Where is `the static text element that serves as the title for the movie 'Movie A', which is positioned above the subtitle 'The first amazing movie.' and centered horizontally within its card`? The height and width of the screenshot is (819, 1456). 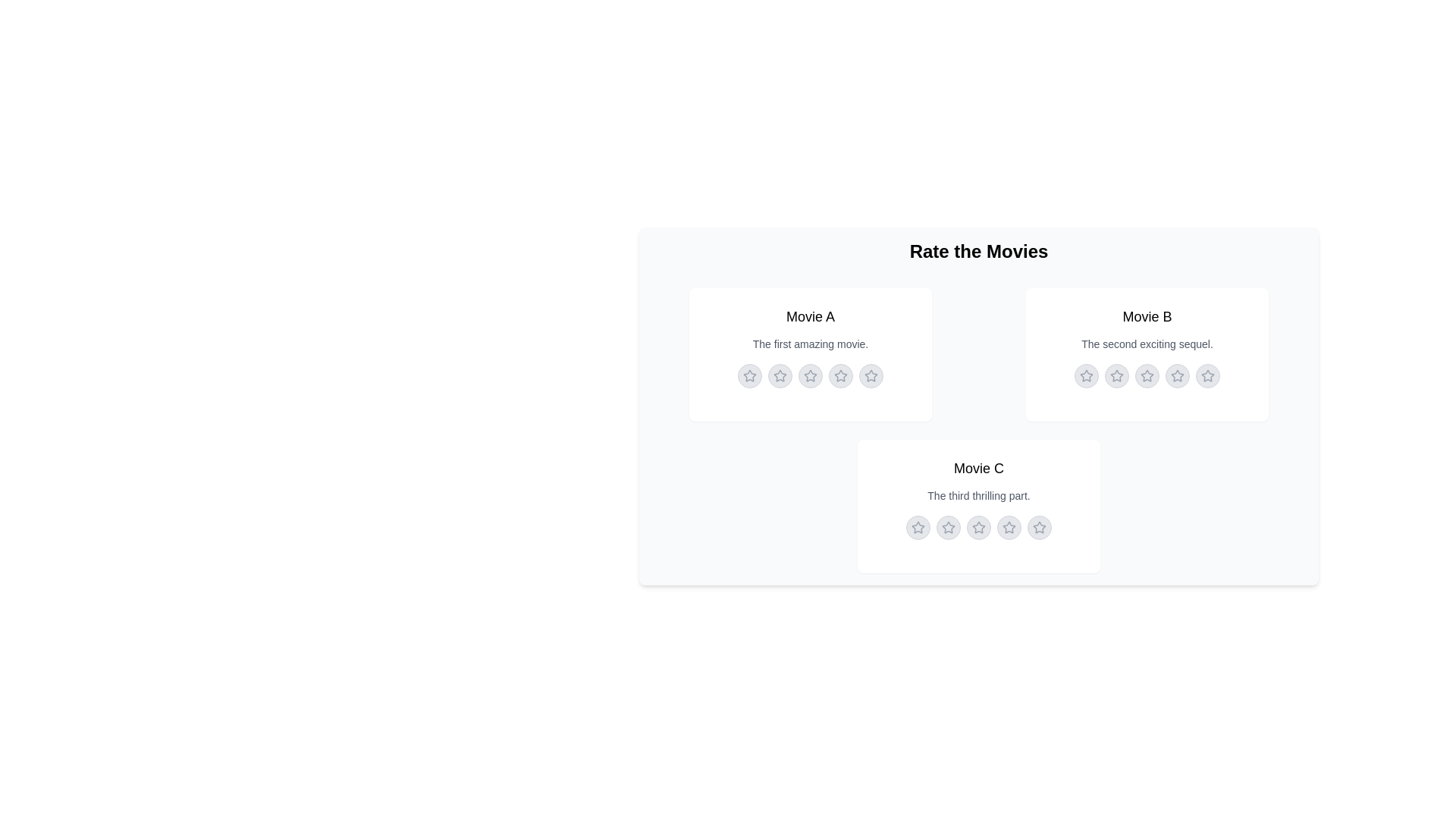
the static text element that serves as the title for the movie 'Movie A', which is positioned above the subtitle 'The first amazing movie.' and centered horizontally within its card is located at coordinates (810, 315).